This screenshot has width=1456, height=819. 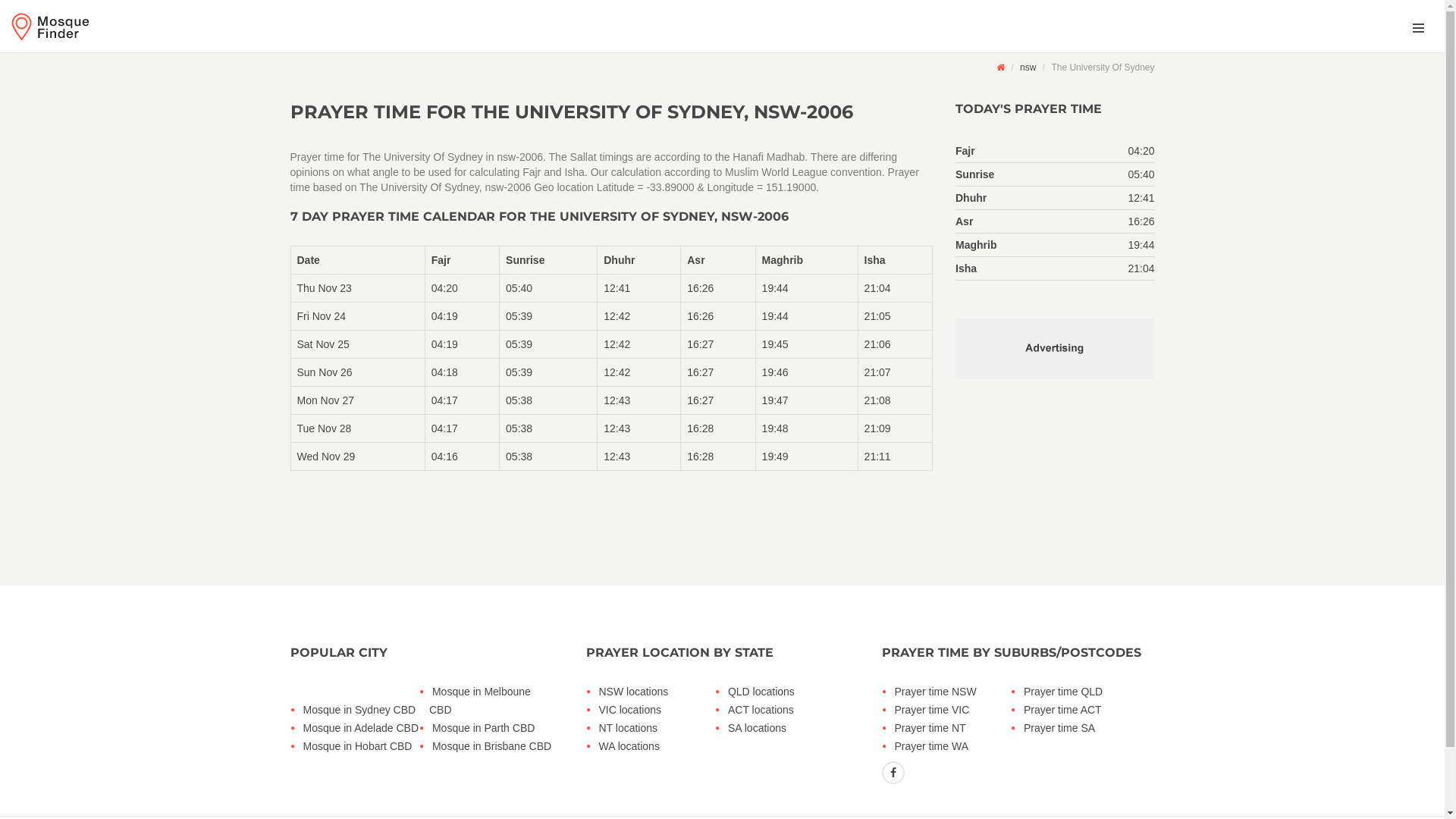 I want to click on 'Mosque in Parth CBD', so click(x=492, y=727).